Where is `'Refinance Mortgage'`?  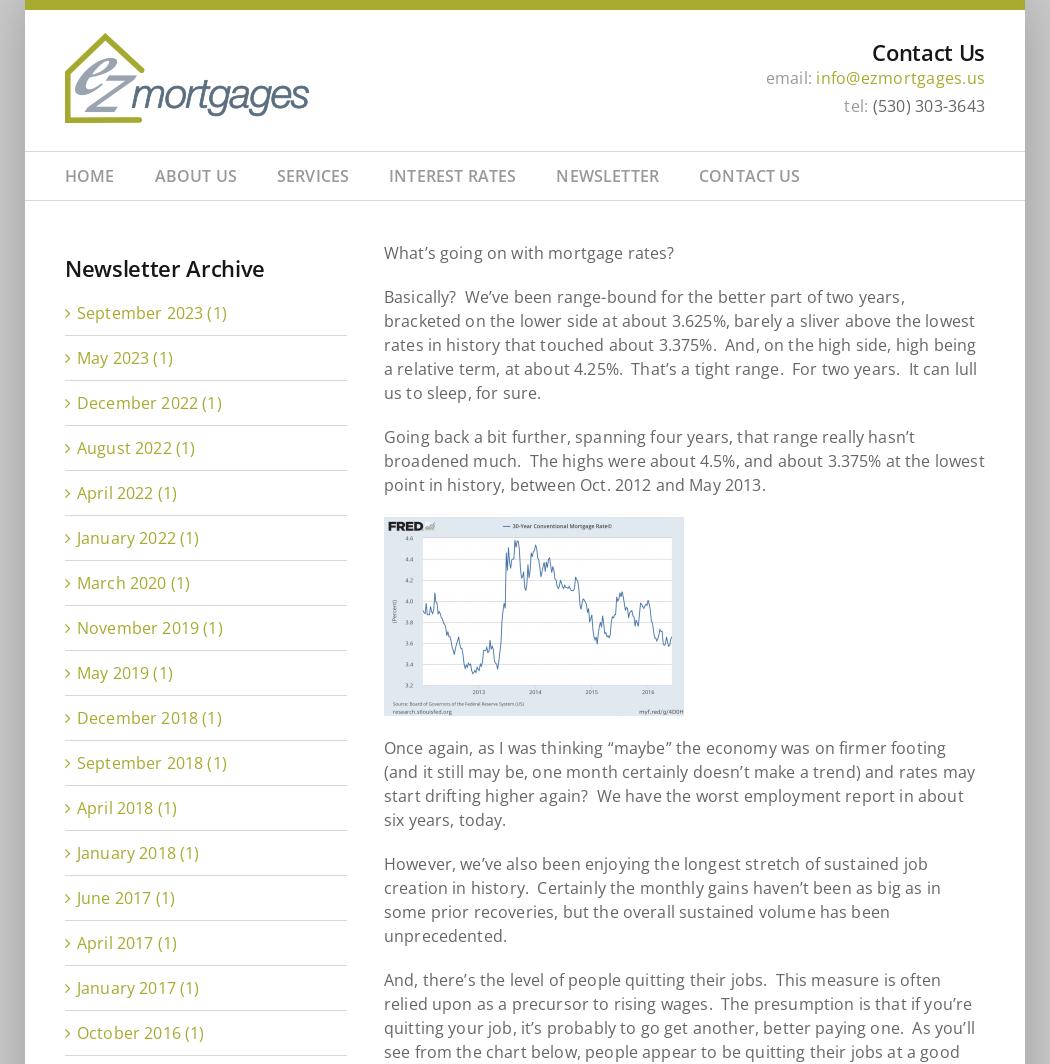 'Refinance Mortgage' is located at coordinates (294, 361).